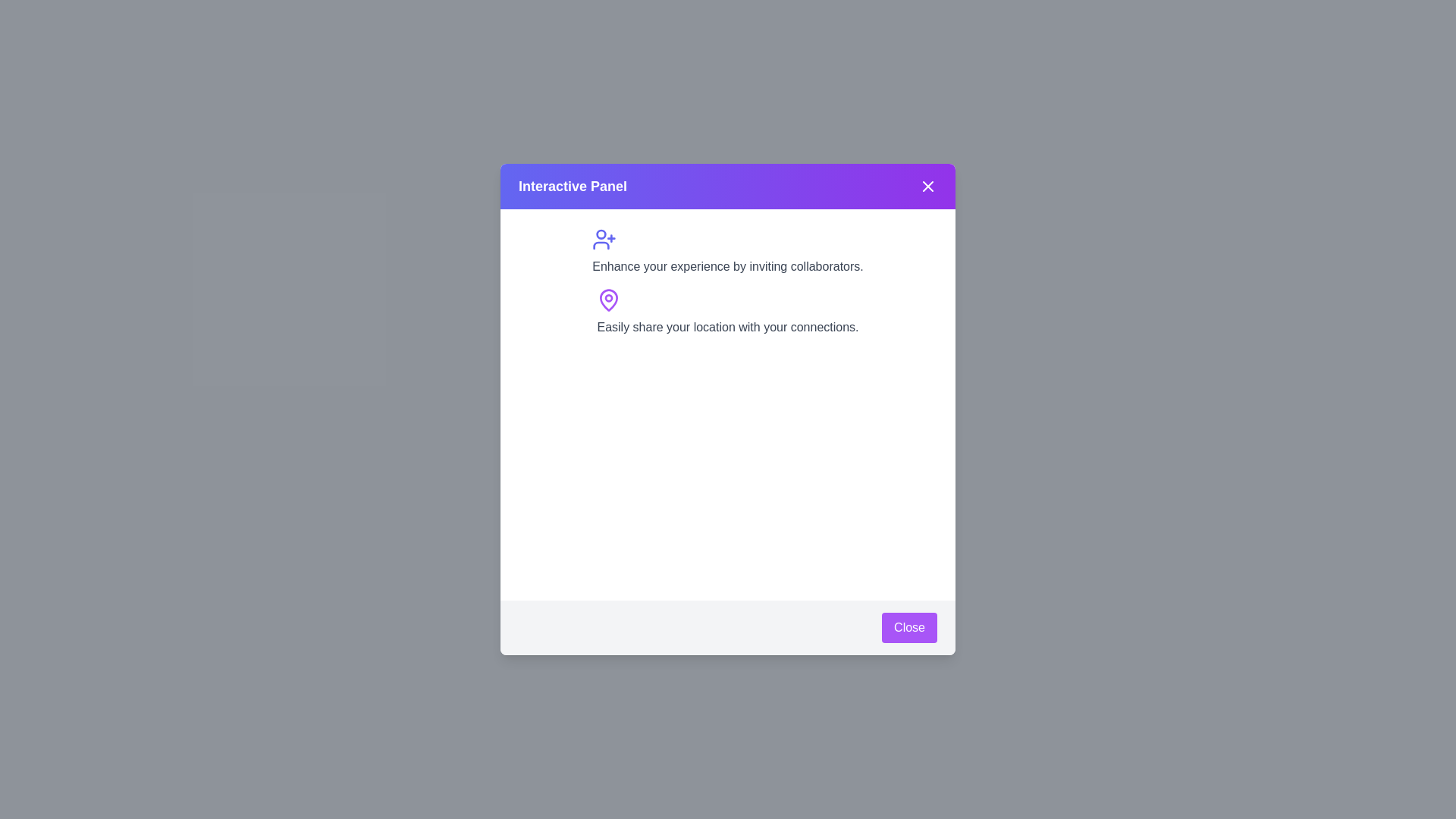  I want to click on the bottom part of the map pin icon, which is part of an SVG graphic, to trigger nearby elements, so click(609, 300).